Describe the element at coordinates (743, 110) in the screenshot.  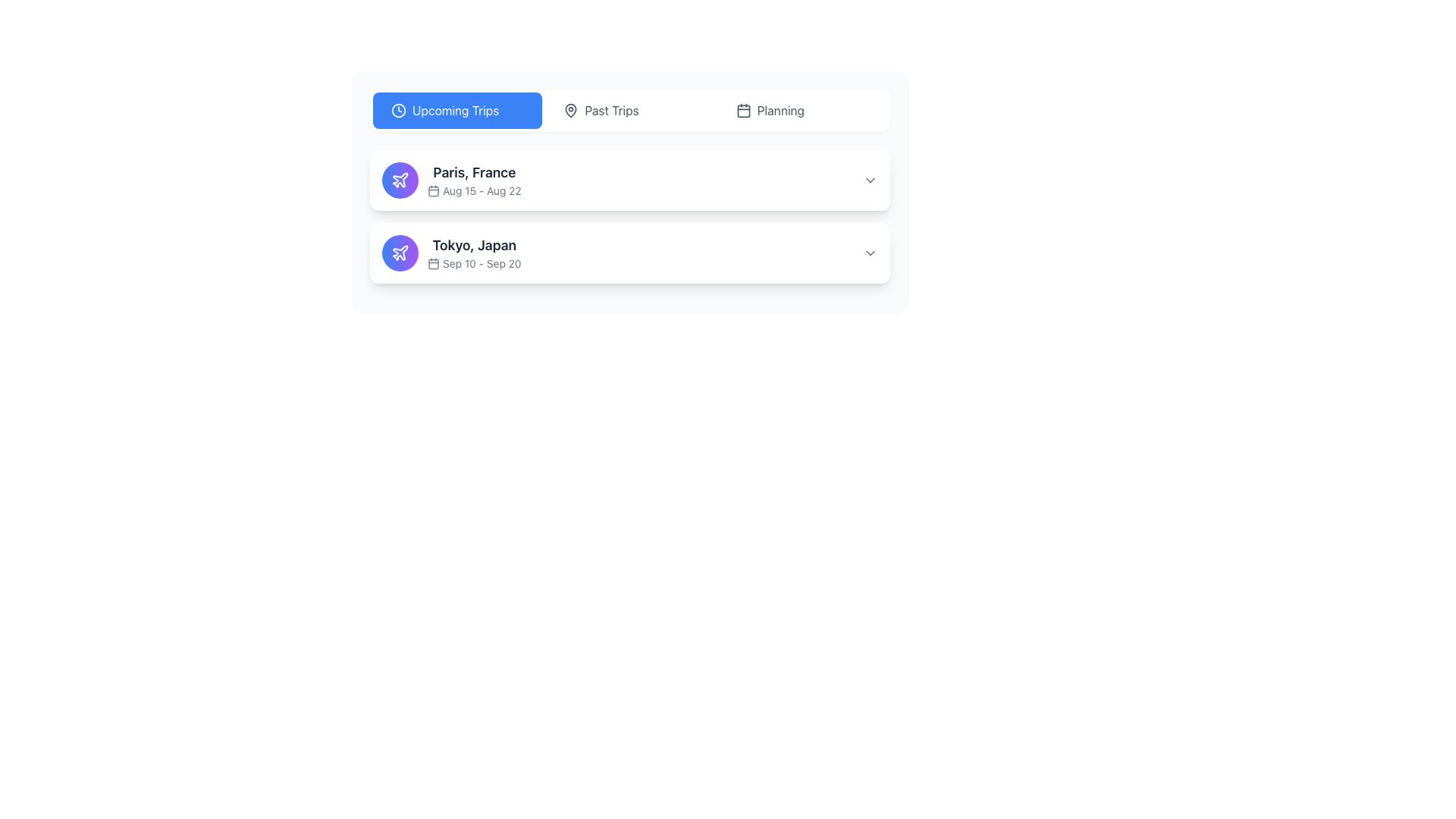
I see `the internal rounded rectangle of the calendar icon located within the 'Planning' tab in the top navigation section` at that location.